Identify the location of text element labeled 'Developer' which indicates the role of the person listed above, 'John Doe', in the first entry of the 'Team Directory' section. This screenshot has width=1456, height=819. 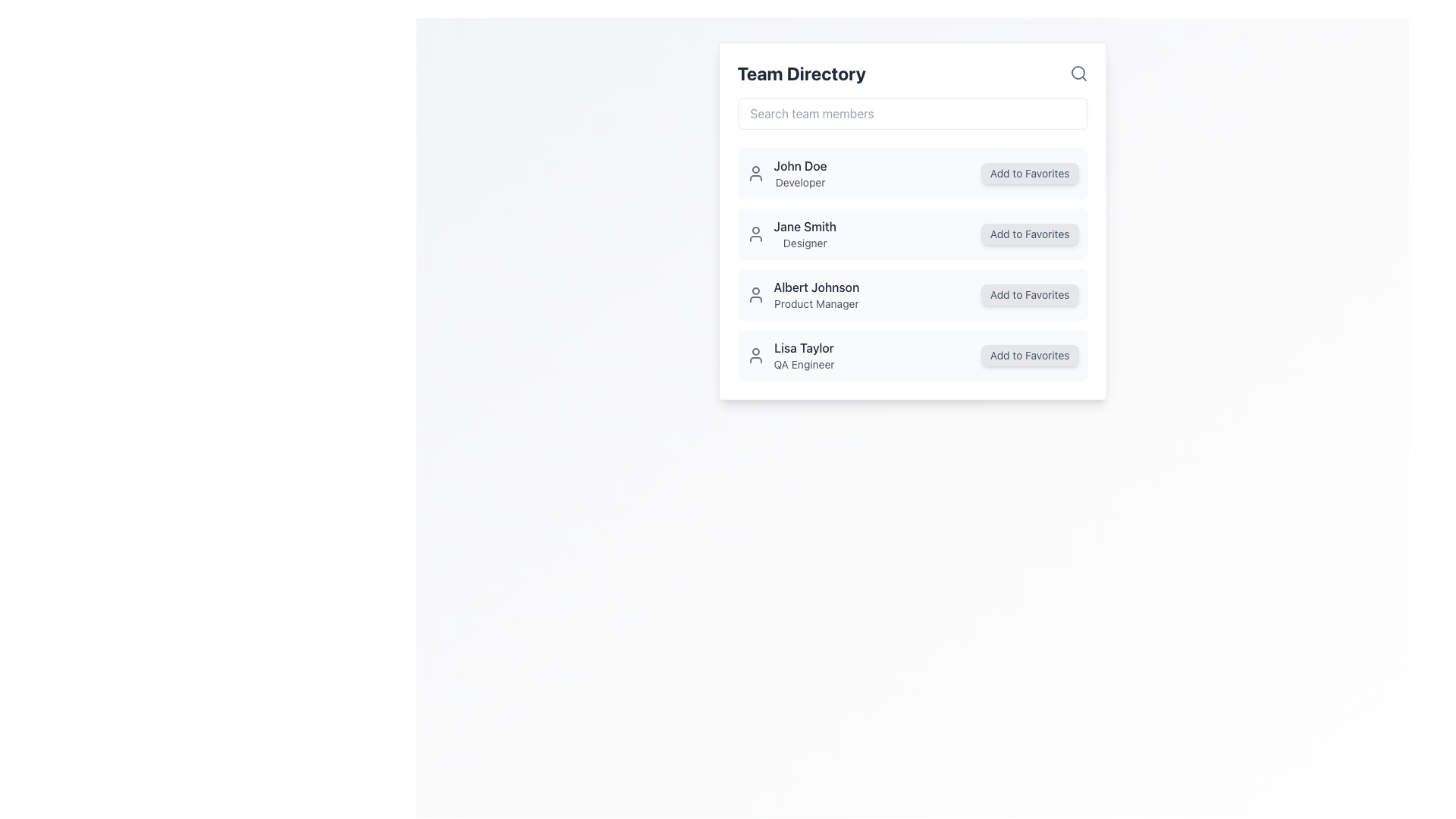
(799, 181).